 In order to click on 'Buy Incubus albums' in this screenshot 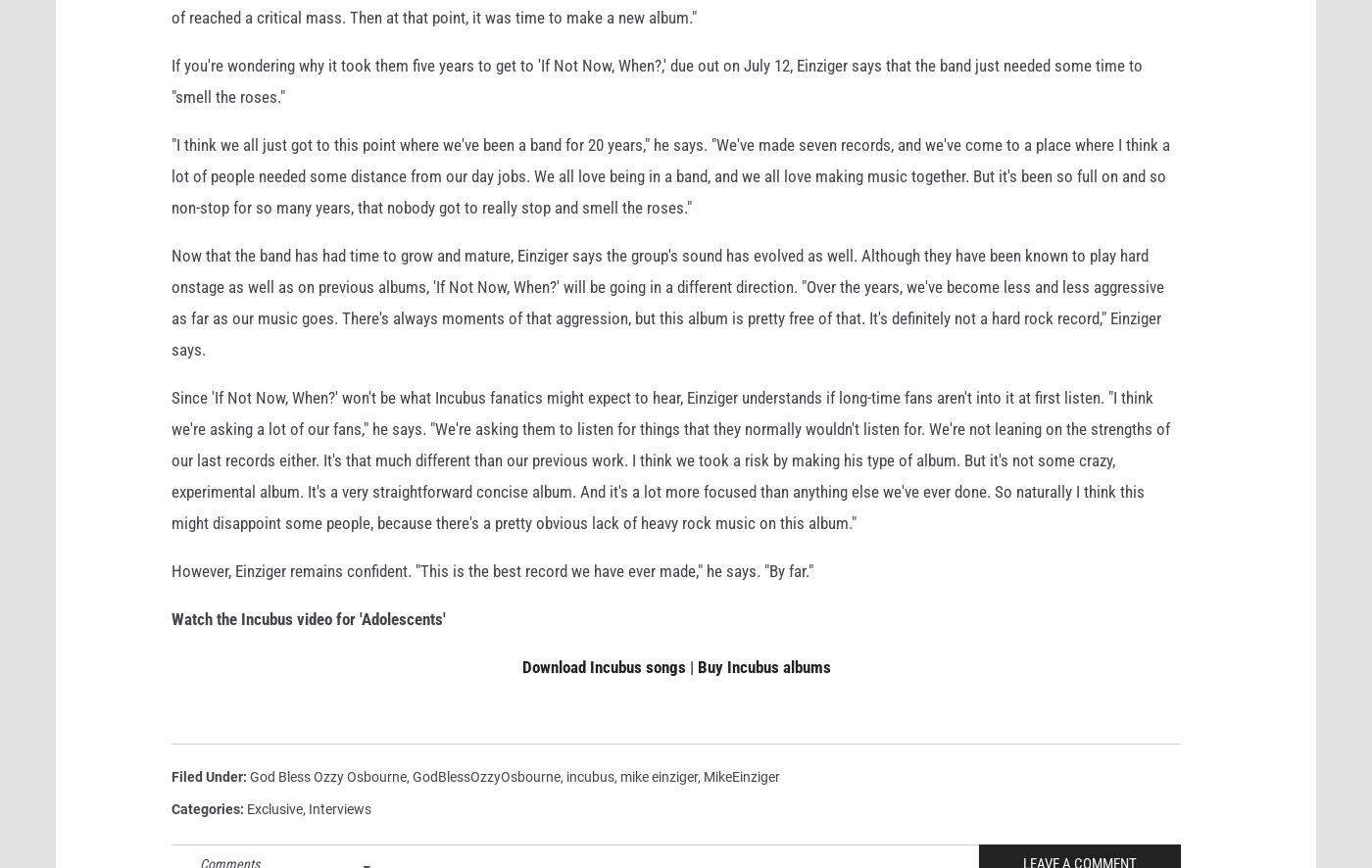, I will do `click(762, 698)`.